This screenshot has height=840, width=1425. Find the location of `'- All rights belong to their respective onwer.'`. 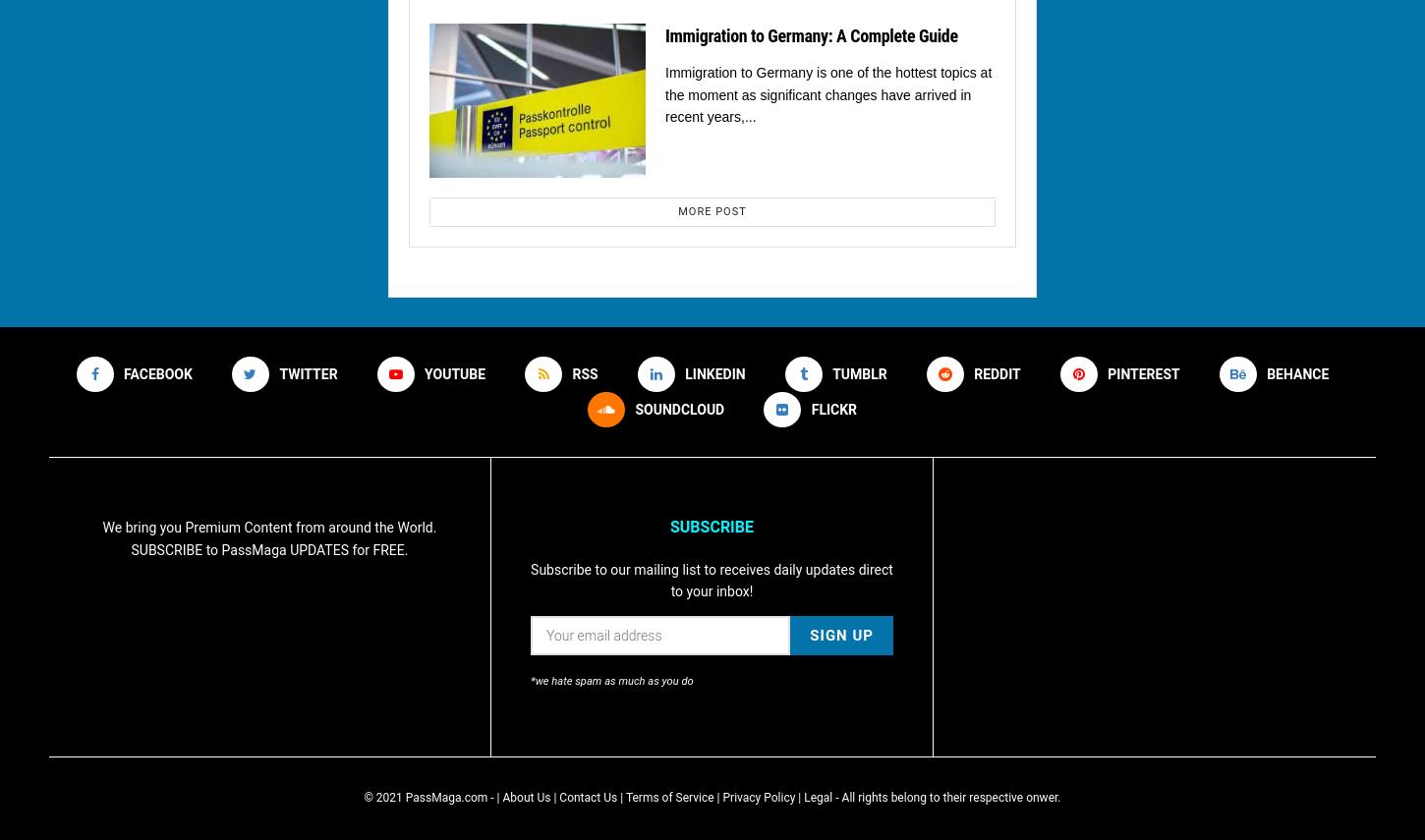

'- All rights belong to their respective onwer.' is located at coordinates (944, 796).